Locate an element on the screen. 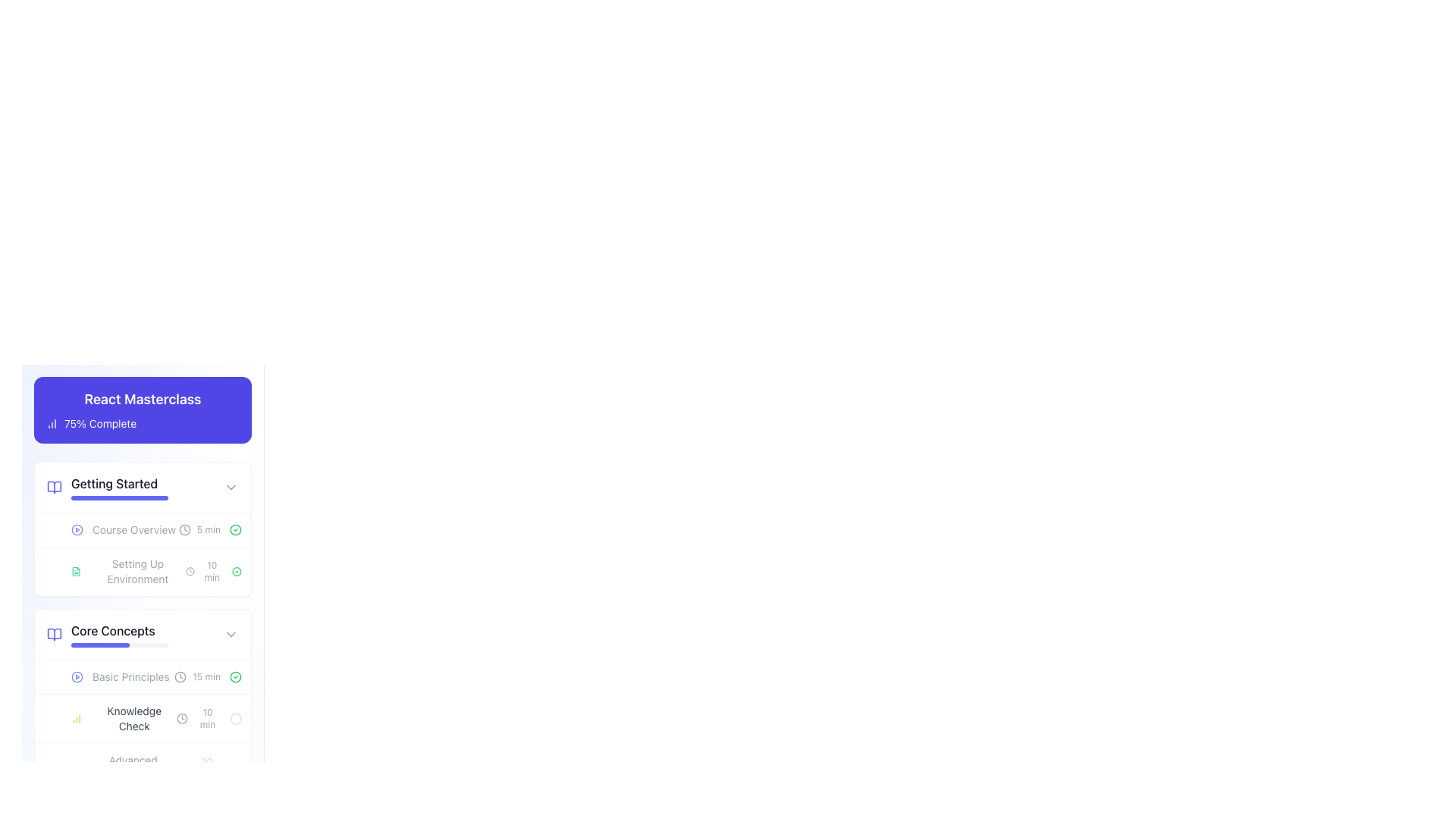 The height and width of the screenshot is (819, 1456). the time-related icon next to the text '10 min' in the 'Setting Up Environment' list item under the 'Getting Started' section is located at coordinates (190, 571).